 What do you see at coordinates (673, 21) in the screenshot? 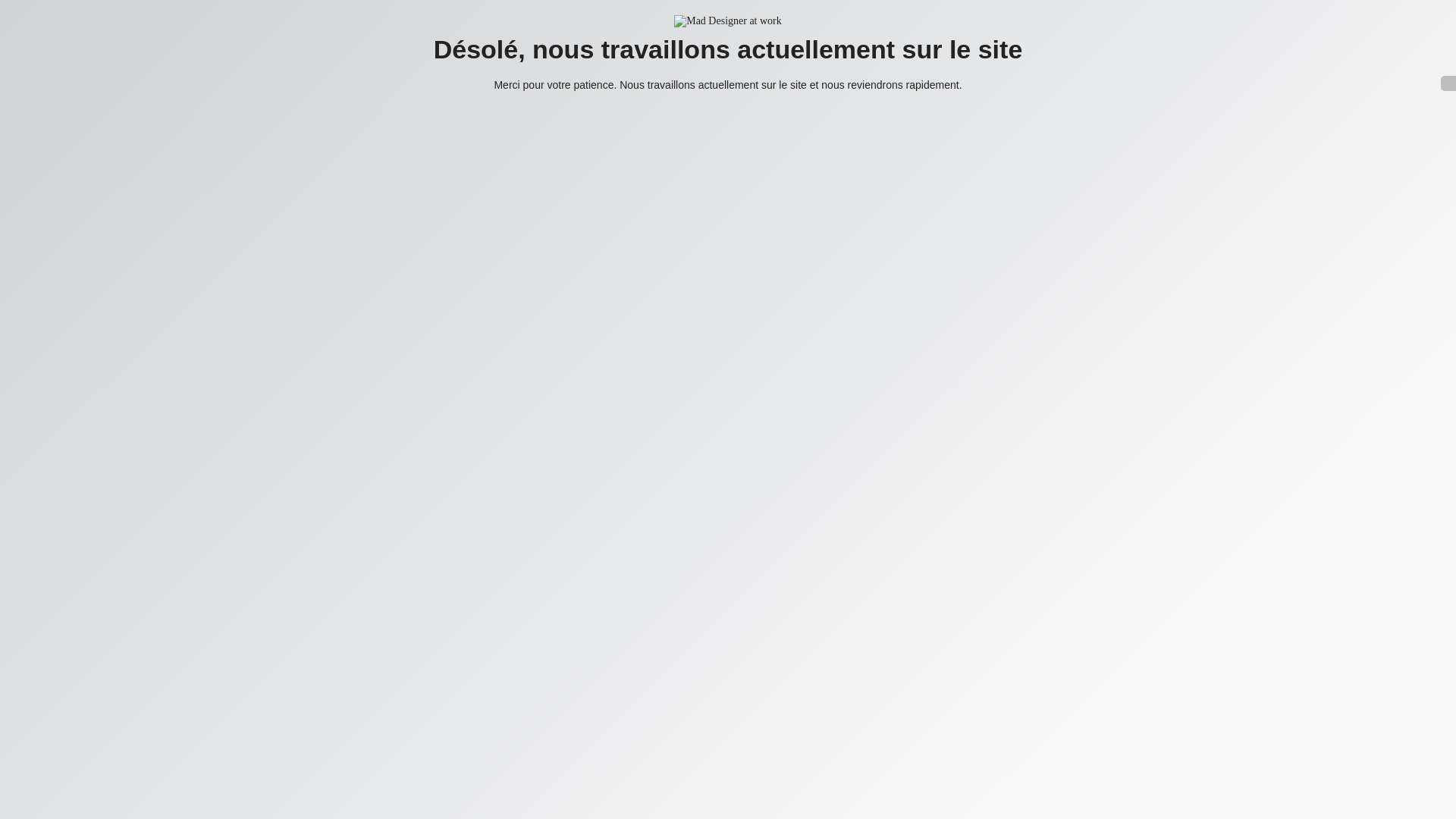
I see `'Mad Designer at work'` at bounding box center [673, 21].